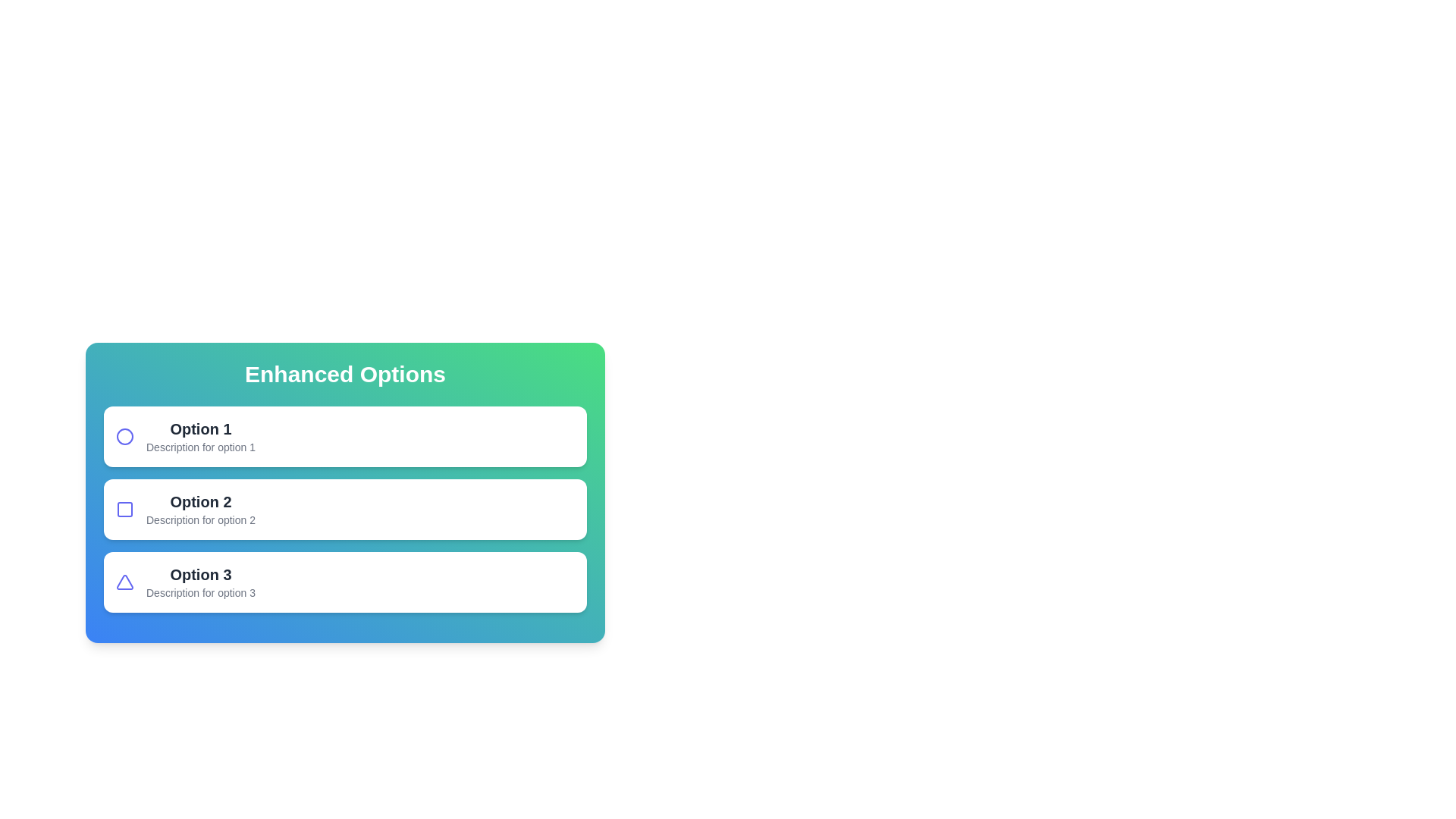 Image resolution: width=1456 pixels, height=819 pixels. I want to click on the icon associated with the 'Option 2' section, located on the left side of its row in a vertical list of options, so click(124, 509).